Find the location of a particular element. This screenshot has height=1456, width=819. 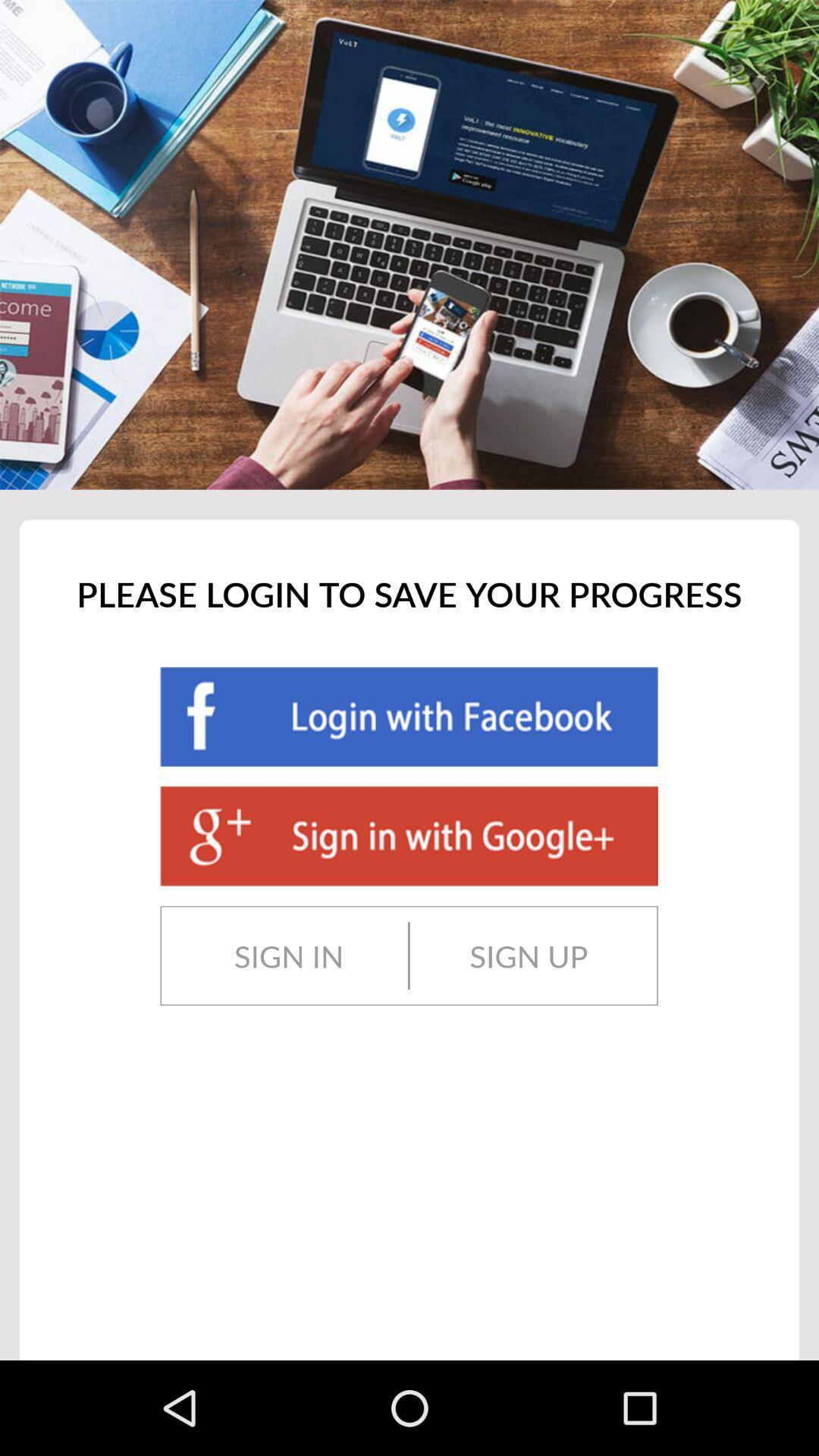

log in is located at coordinates (408, 716).